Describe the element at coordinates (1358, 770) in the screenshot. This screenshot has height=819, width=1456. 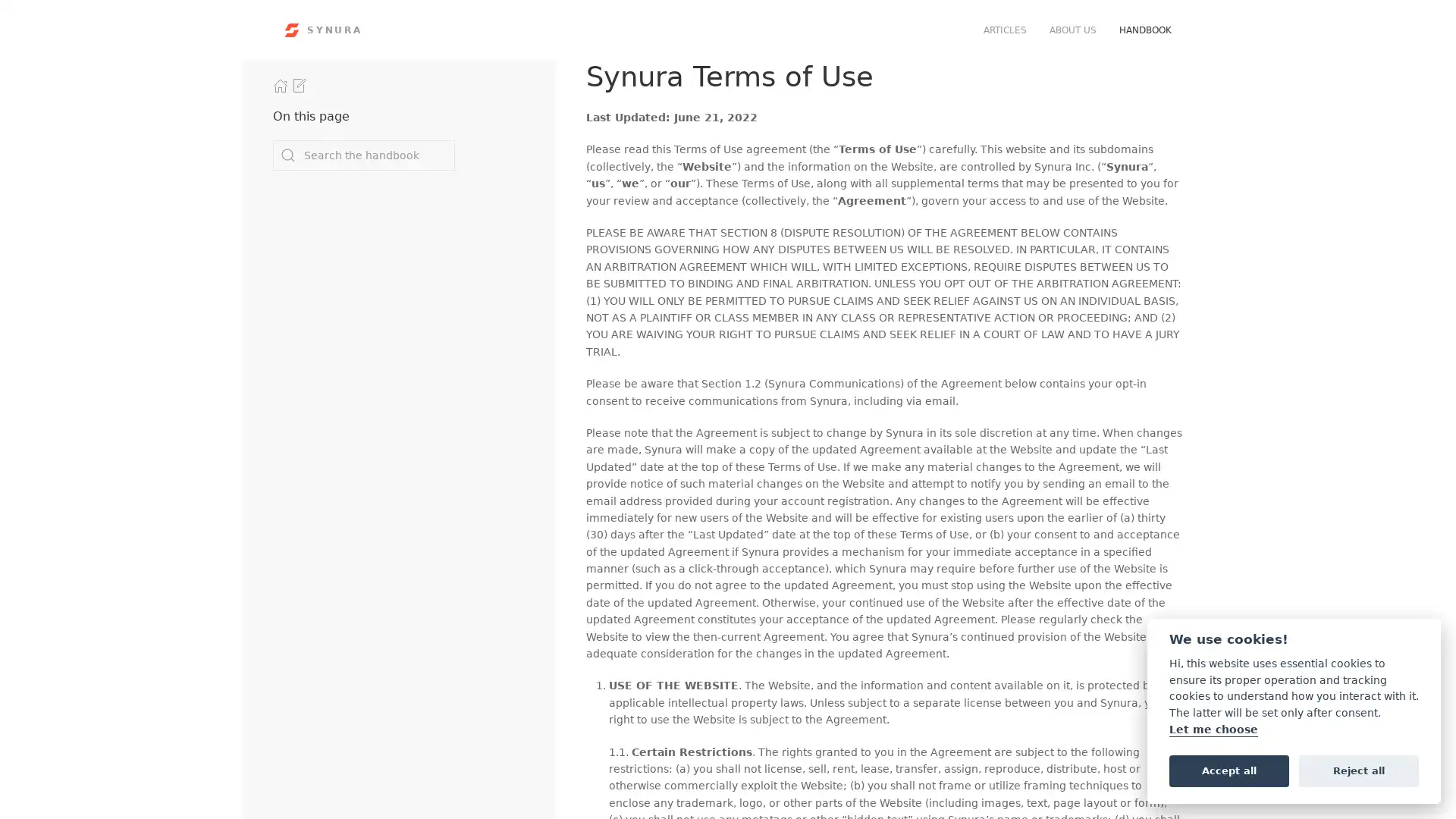
I see `Reject all` at that location.